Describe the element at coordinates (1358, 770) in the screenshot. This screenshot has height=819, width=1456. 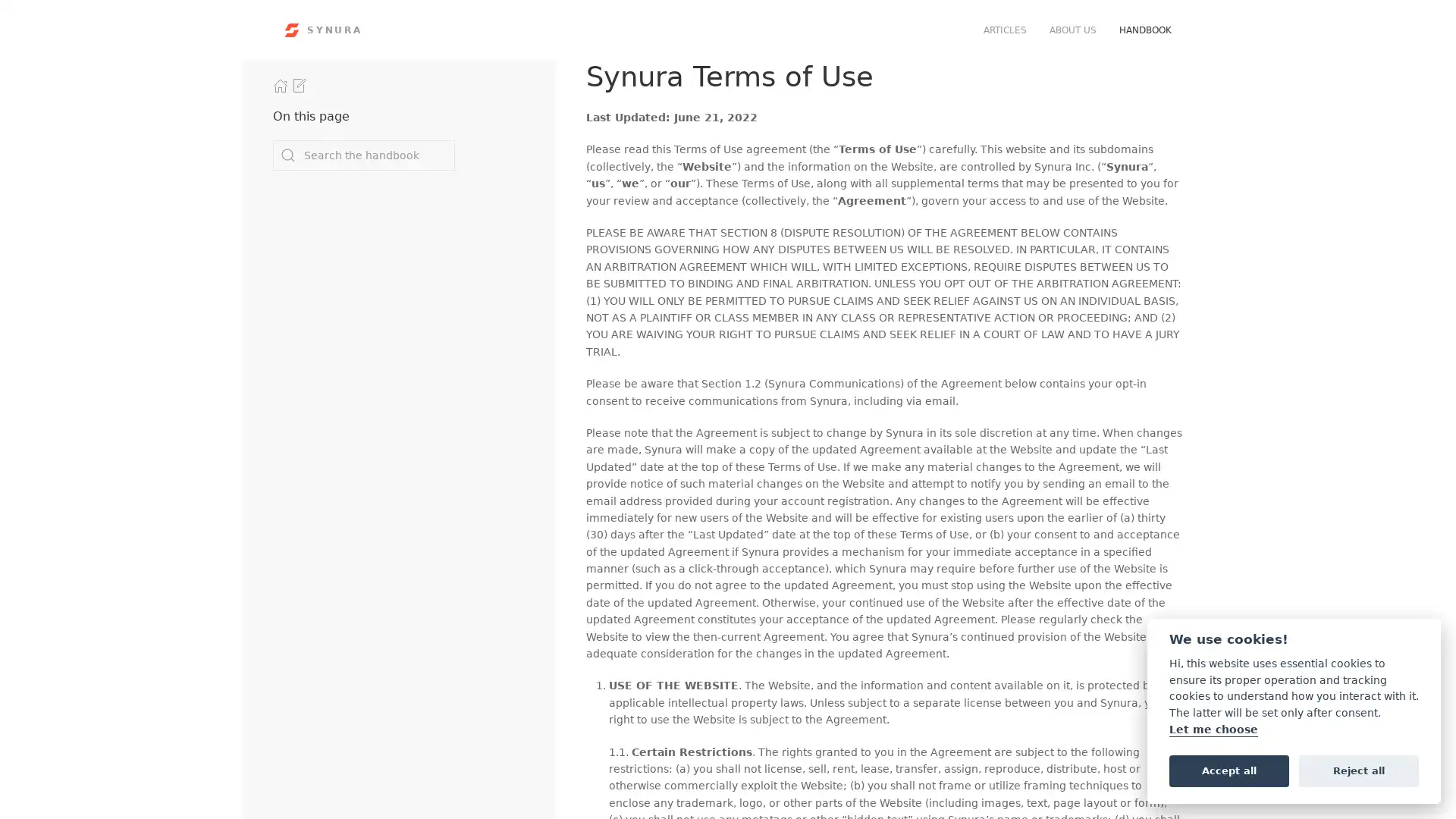
I see `Reject all` at that location.